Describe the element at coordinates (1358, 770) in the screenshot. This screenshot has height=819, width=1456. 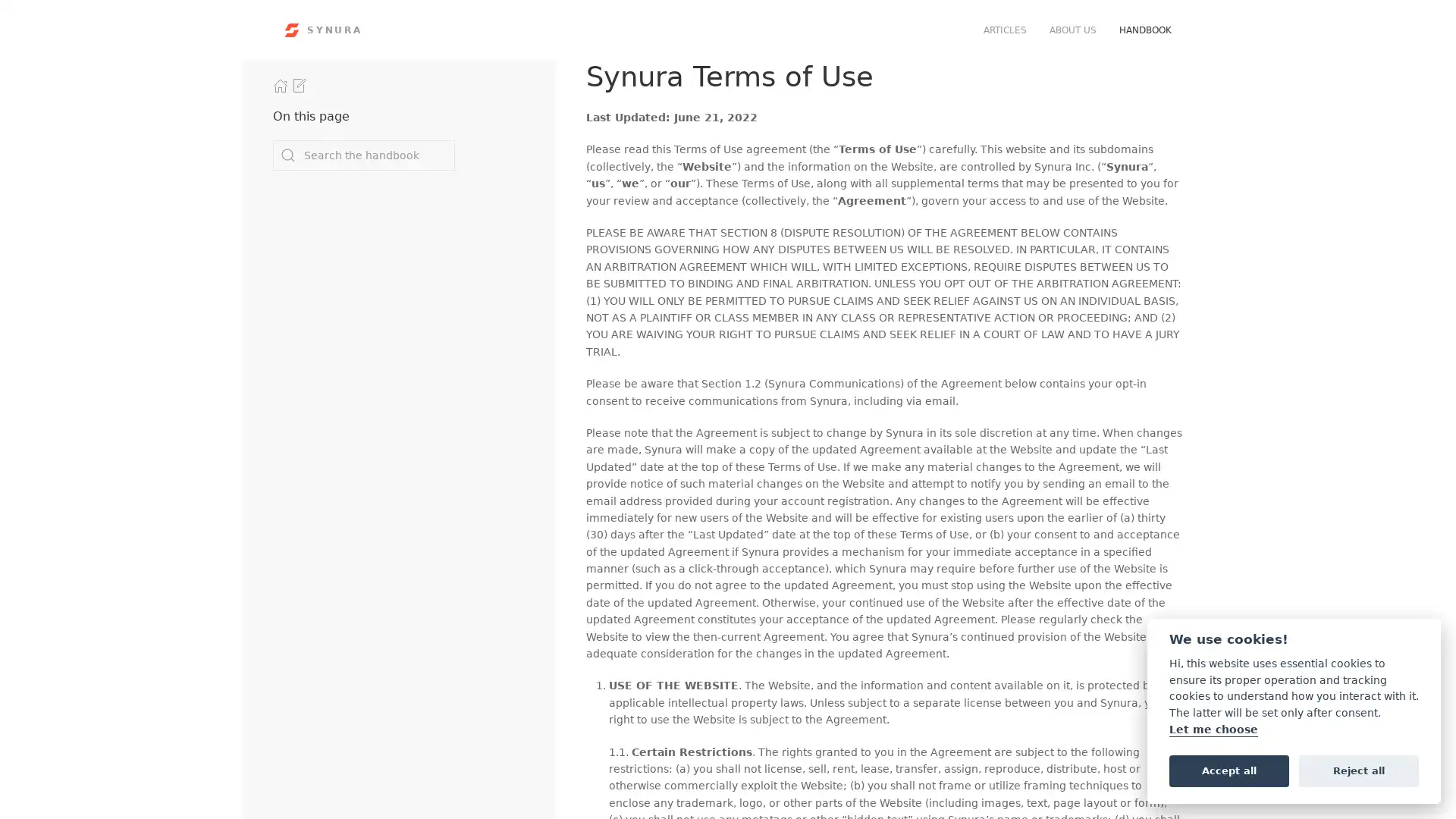
I see `Reject all` at that location.